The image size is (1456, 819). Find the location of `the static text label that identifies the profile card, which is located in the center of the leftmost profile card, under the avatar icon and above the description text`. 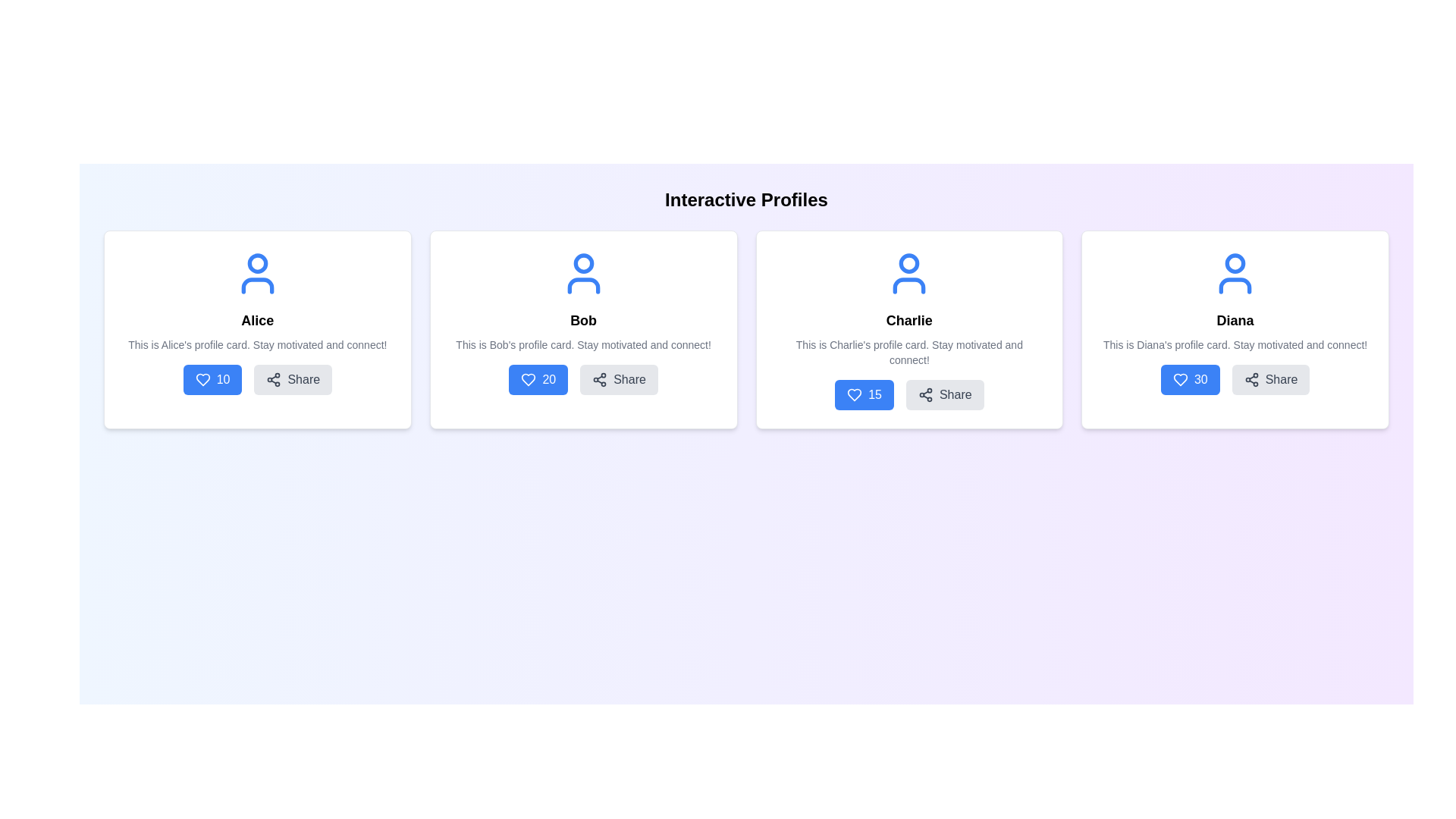

the static text label that identifies the profile card, which is located in the center of the leftmost profile card, under the avatar icon and above the description text is located at coordinates (257, 320).